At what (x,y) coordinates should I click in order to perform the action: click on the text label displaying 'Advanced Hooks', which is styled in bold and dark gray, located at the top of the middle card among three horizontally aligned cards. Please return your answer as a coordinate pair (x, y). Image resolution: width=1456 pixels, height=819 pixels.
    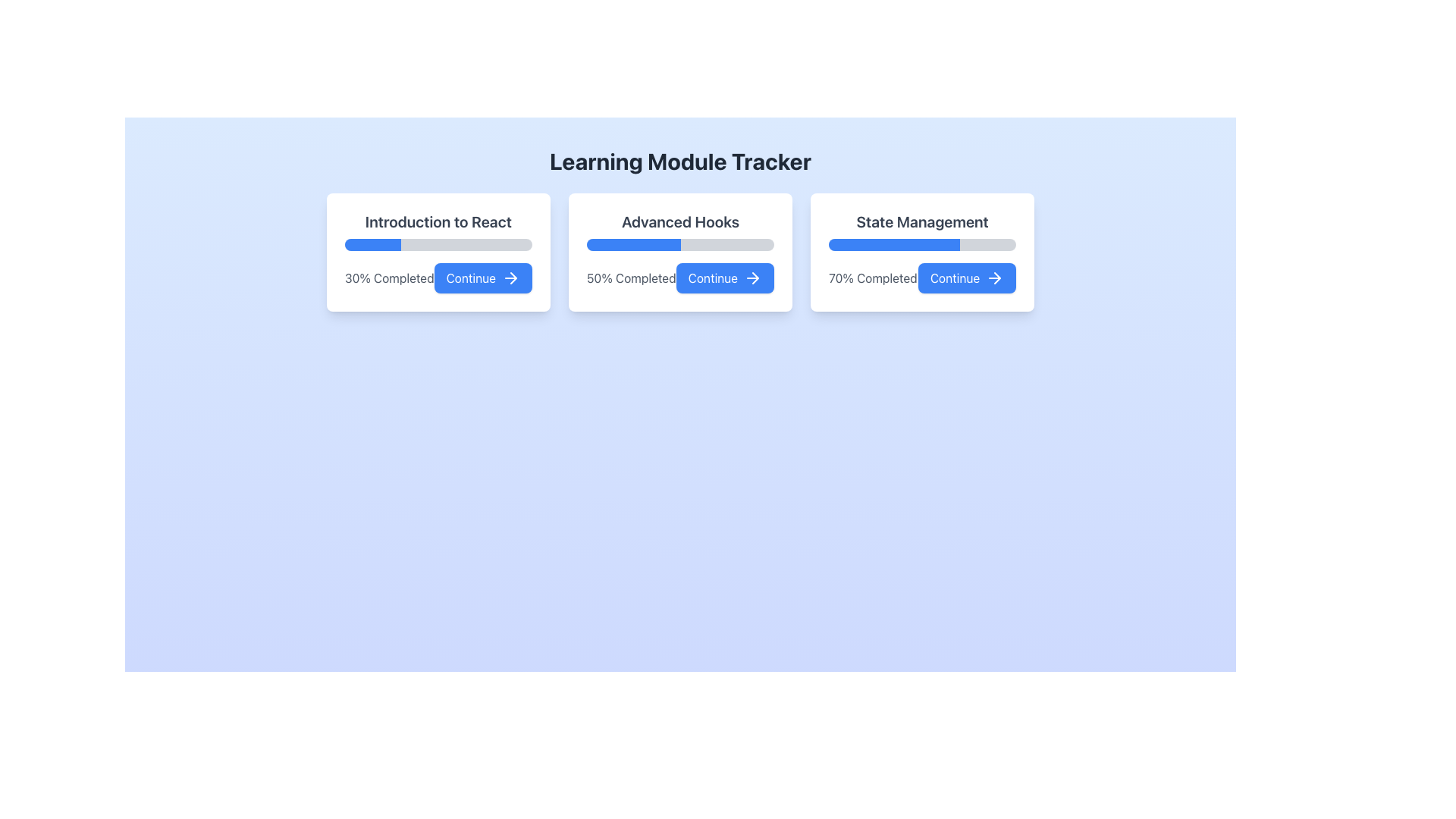
    Looking at the image, I should click on (679, 222).